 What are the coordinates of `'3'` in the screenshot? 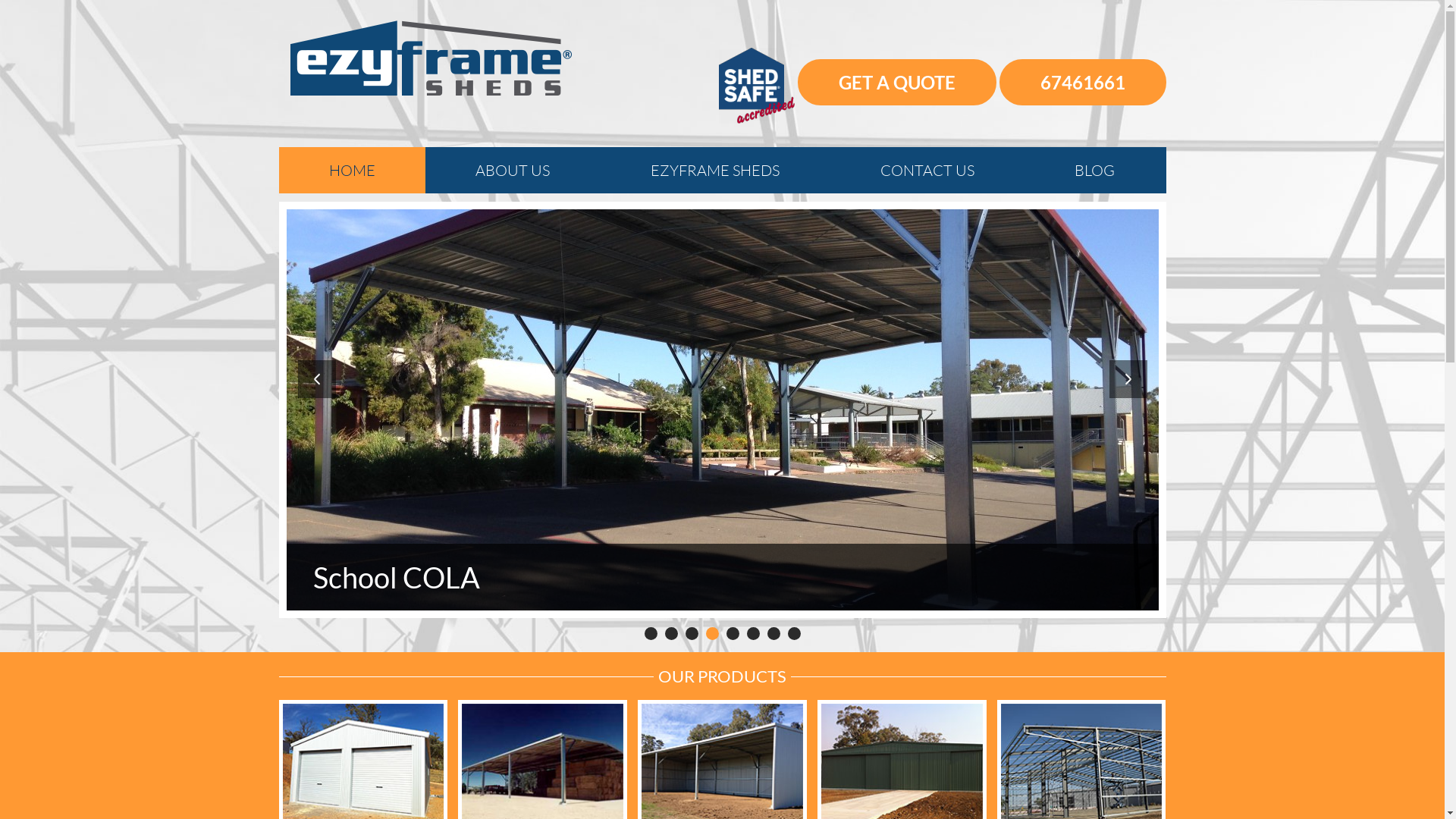 It's located at (691, 633).